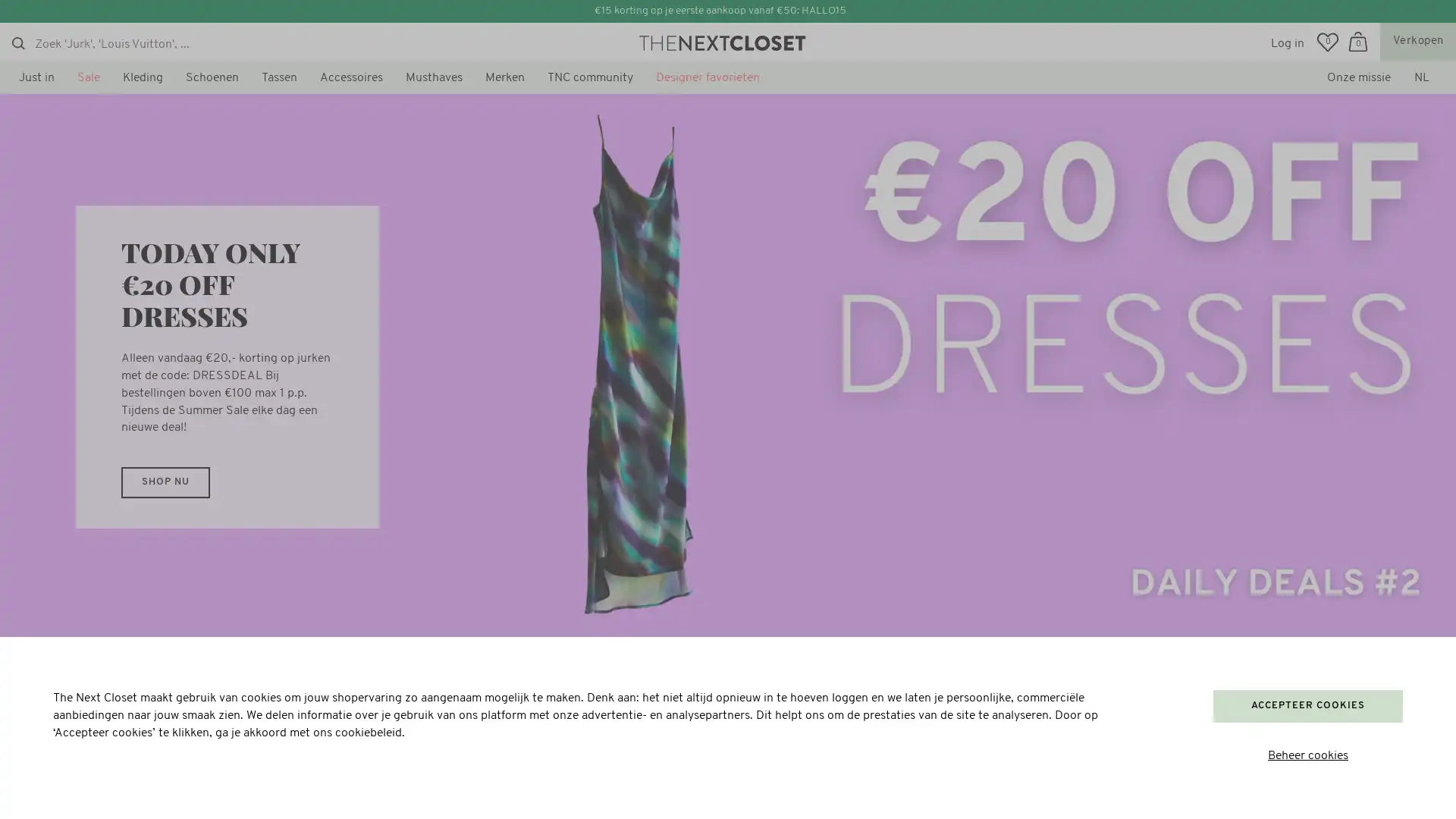 The image size is (1456, 819). What do you see at coordinates (18, 42) in the screenshot?
I see `Search` at bounding box center [18, 42].